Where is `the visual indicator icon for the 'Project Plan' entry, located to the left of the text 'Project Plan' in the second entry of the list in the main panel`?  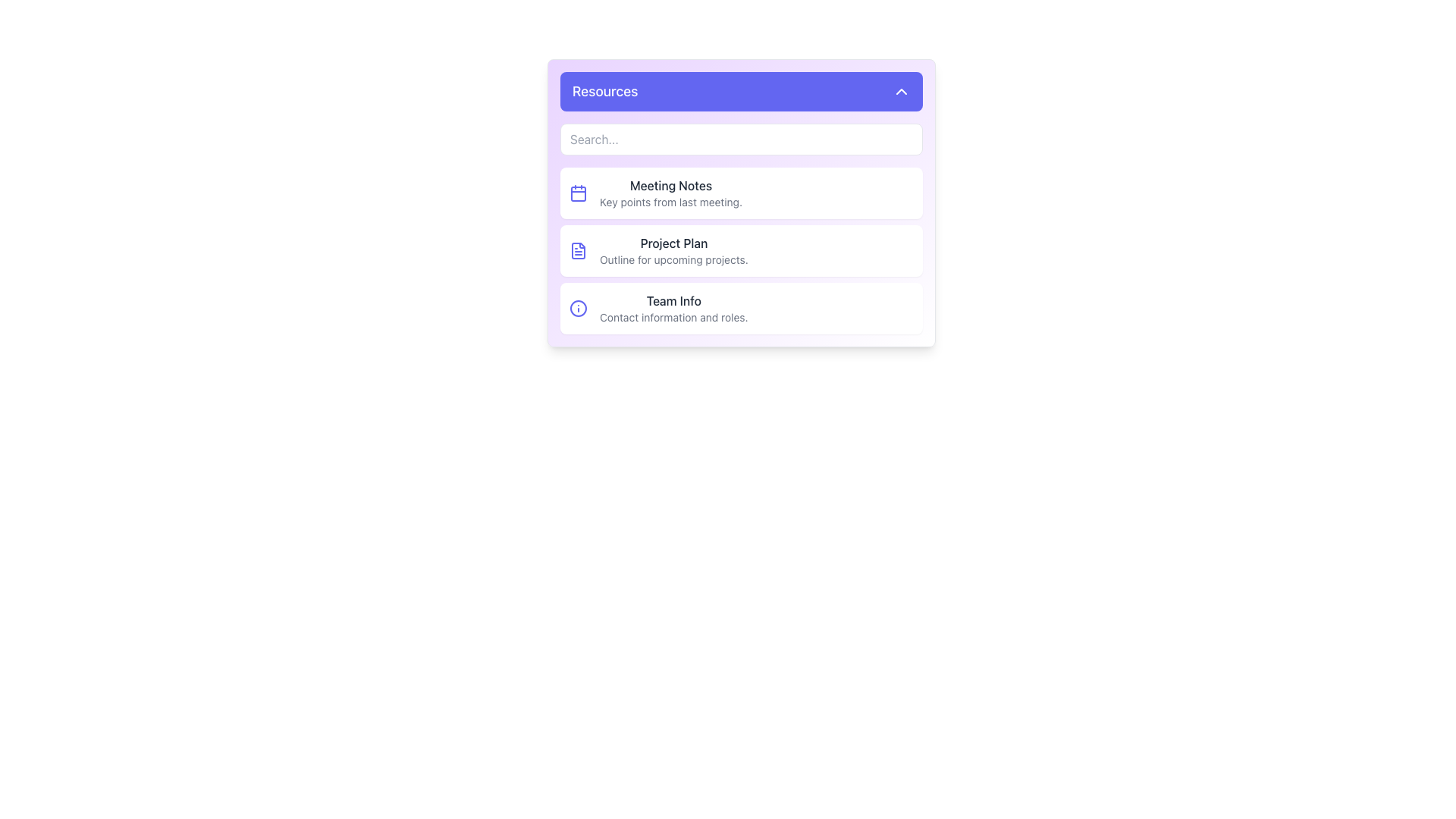 the visual indicator icon for the 'Project Plan' entry, located to the left of the text 'Project Plan' in the second entry of the list in the main panel is located at coordinates (578, 250).